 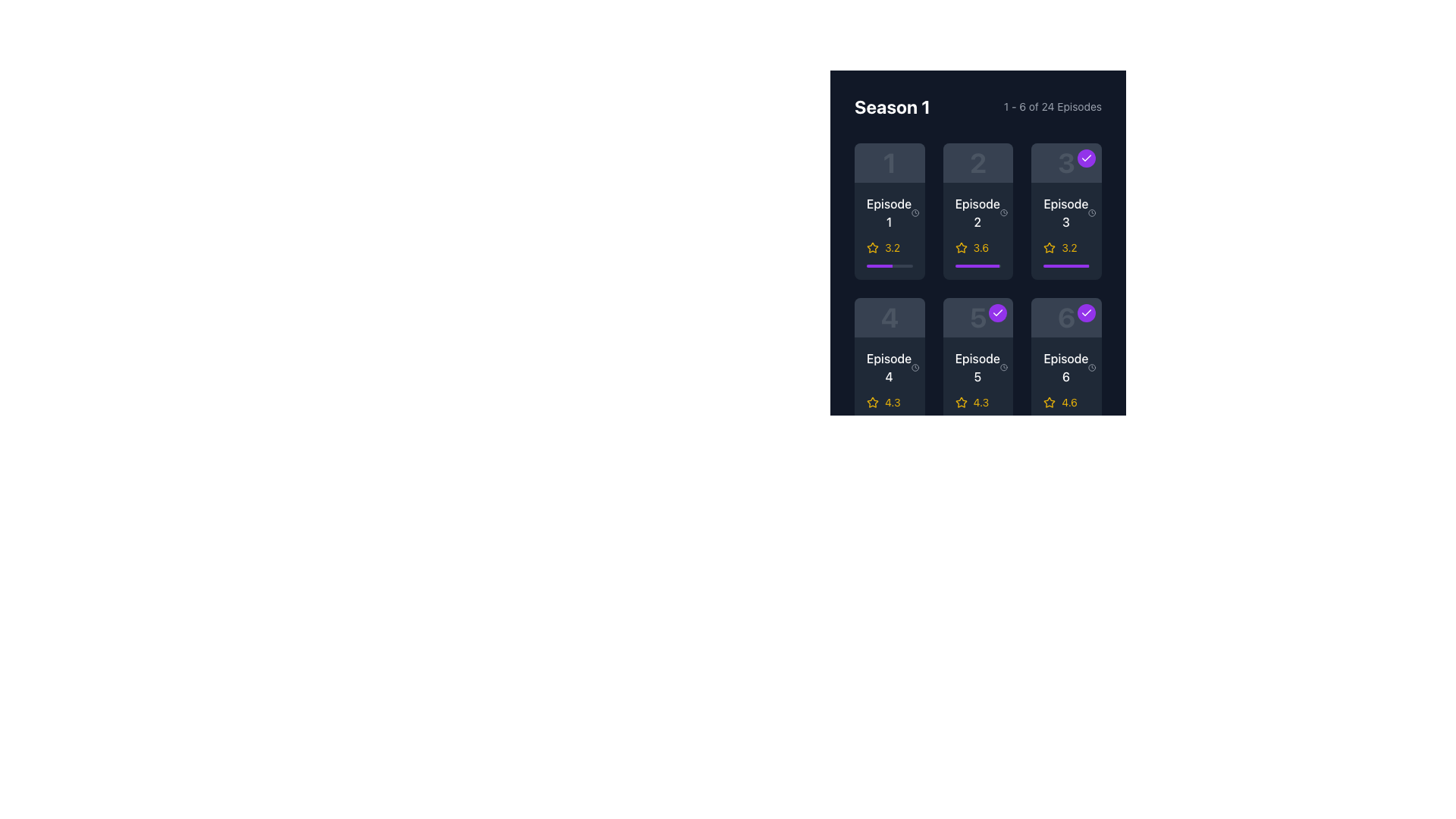 I want to click on the progress bar located beneath the 'Episode 5' label and its rating ('4.3'), positioned at the bottom center of the card for Episode 5 in the second row of the grid layout, so click(x=978, y=421).